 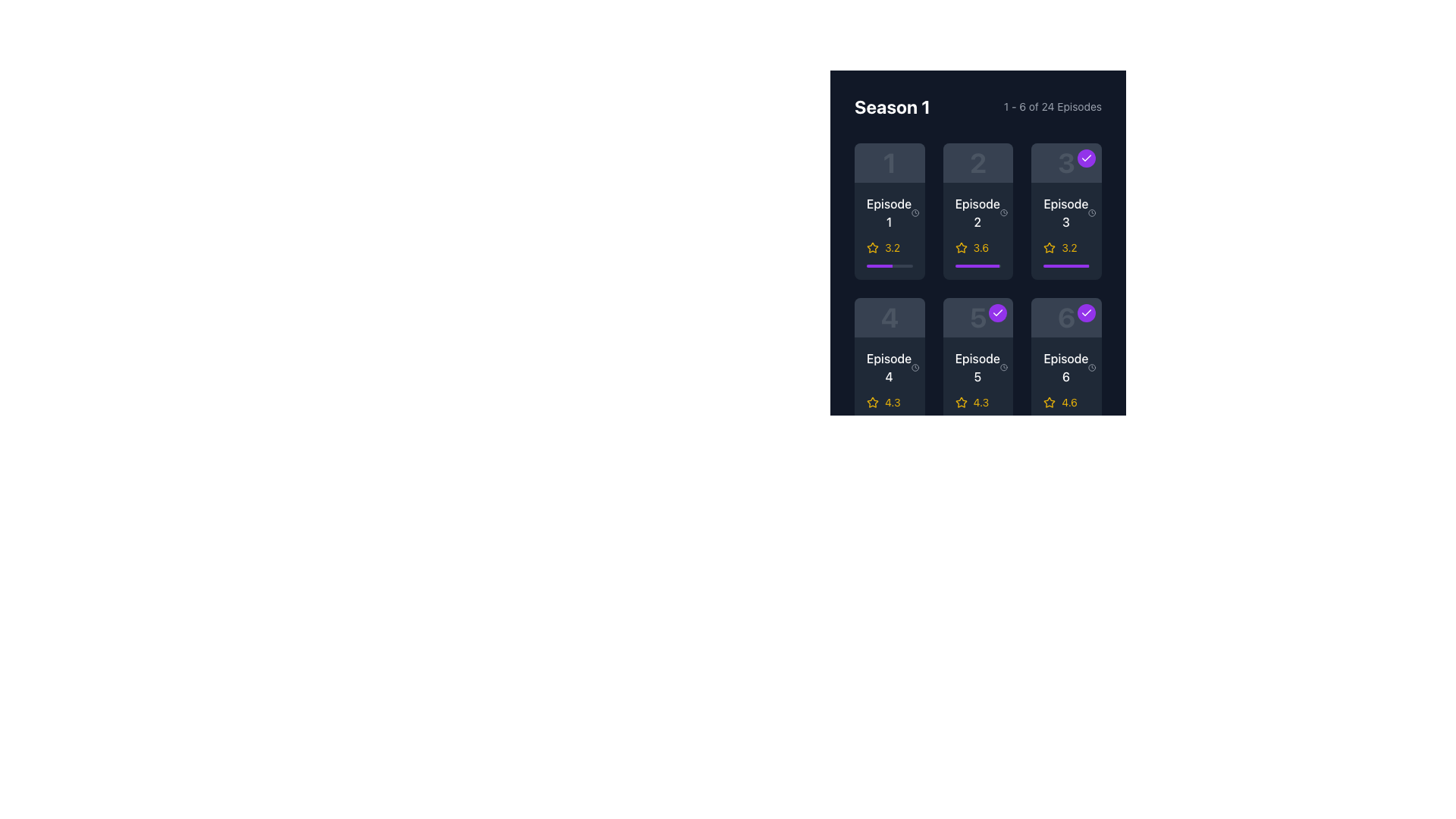 I want to click on the progress bar located beneath the 'Episode 5' label and its rating ('4.3'), positioned at the bottom center of the card for Episode 5 in the second row of the grid layout, so click(x=978, y=421).